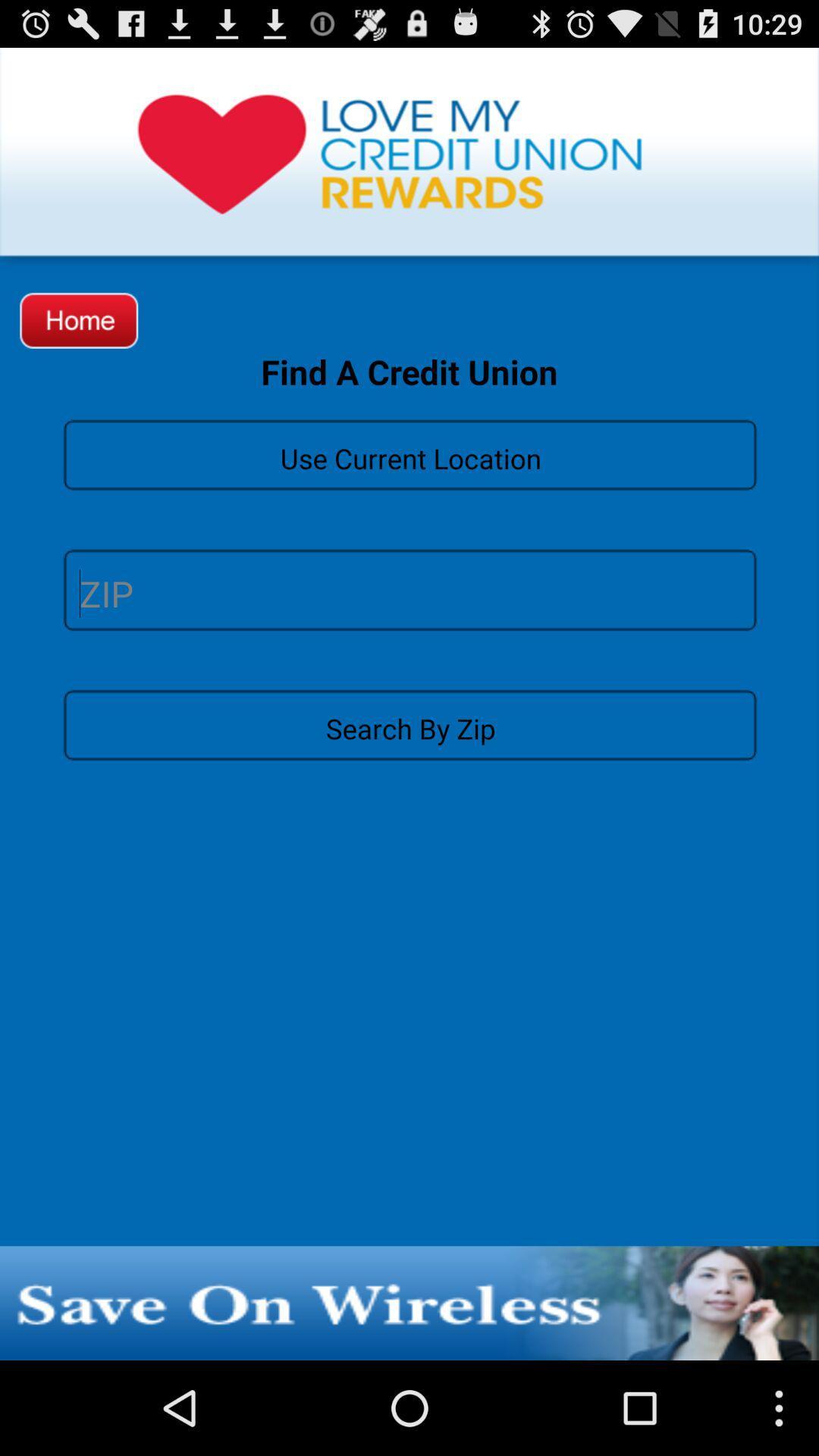 The height and width of the screenshot is (1456, 819). Describe the element at coordinates (409, 453) in the screenshot. I see `item below find a credit app` at that location.